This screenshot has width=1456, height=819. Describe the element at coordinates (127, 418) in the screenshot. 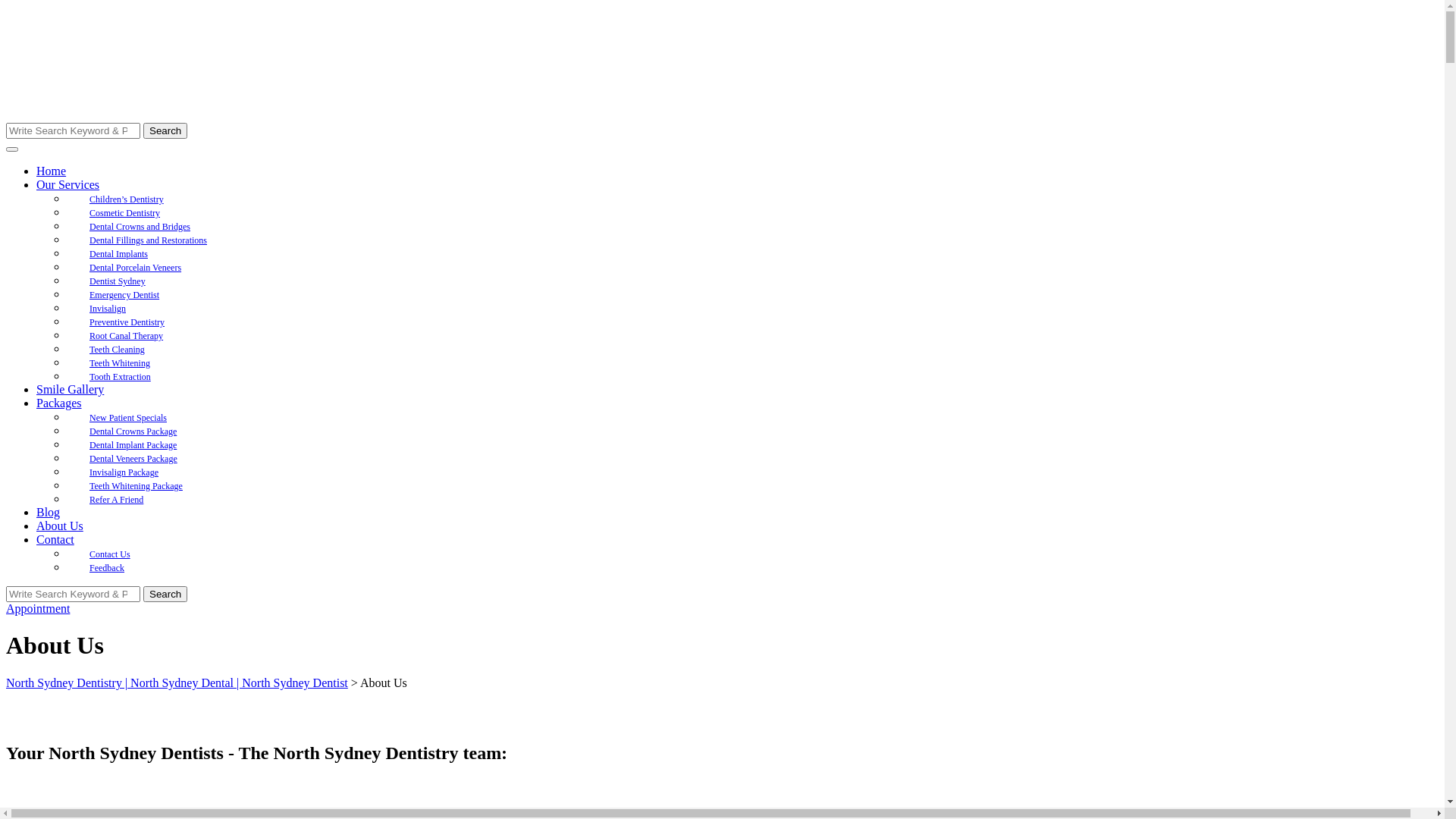

I see `'New Patient Specials'` at that location.